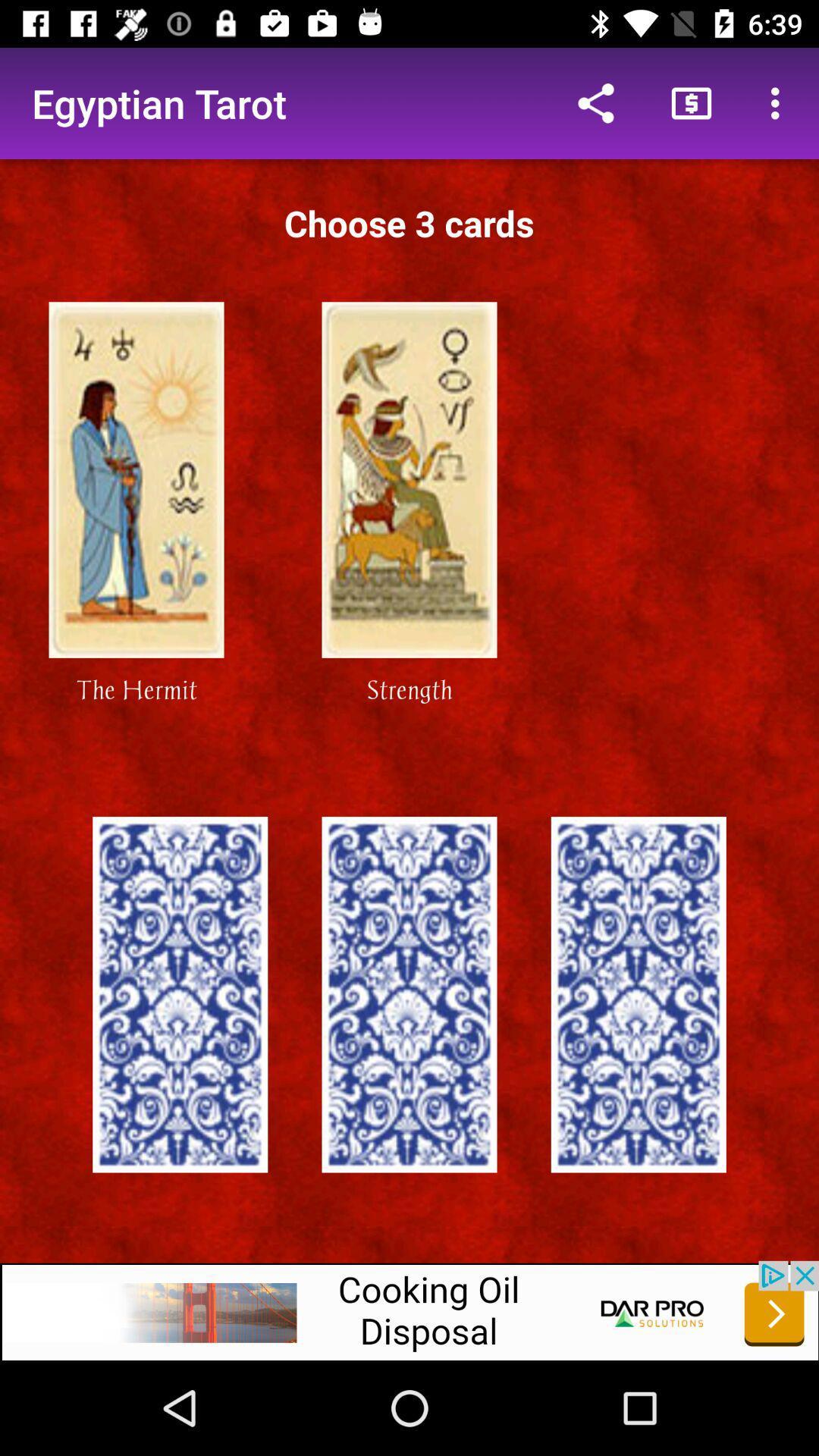 The image size is (819, 1456). What do you see at coordinates (409, 1310) in the screenshot?
I see `to advertisement box` at bounding box center [409, 1310].